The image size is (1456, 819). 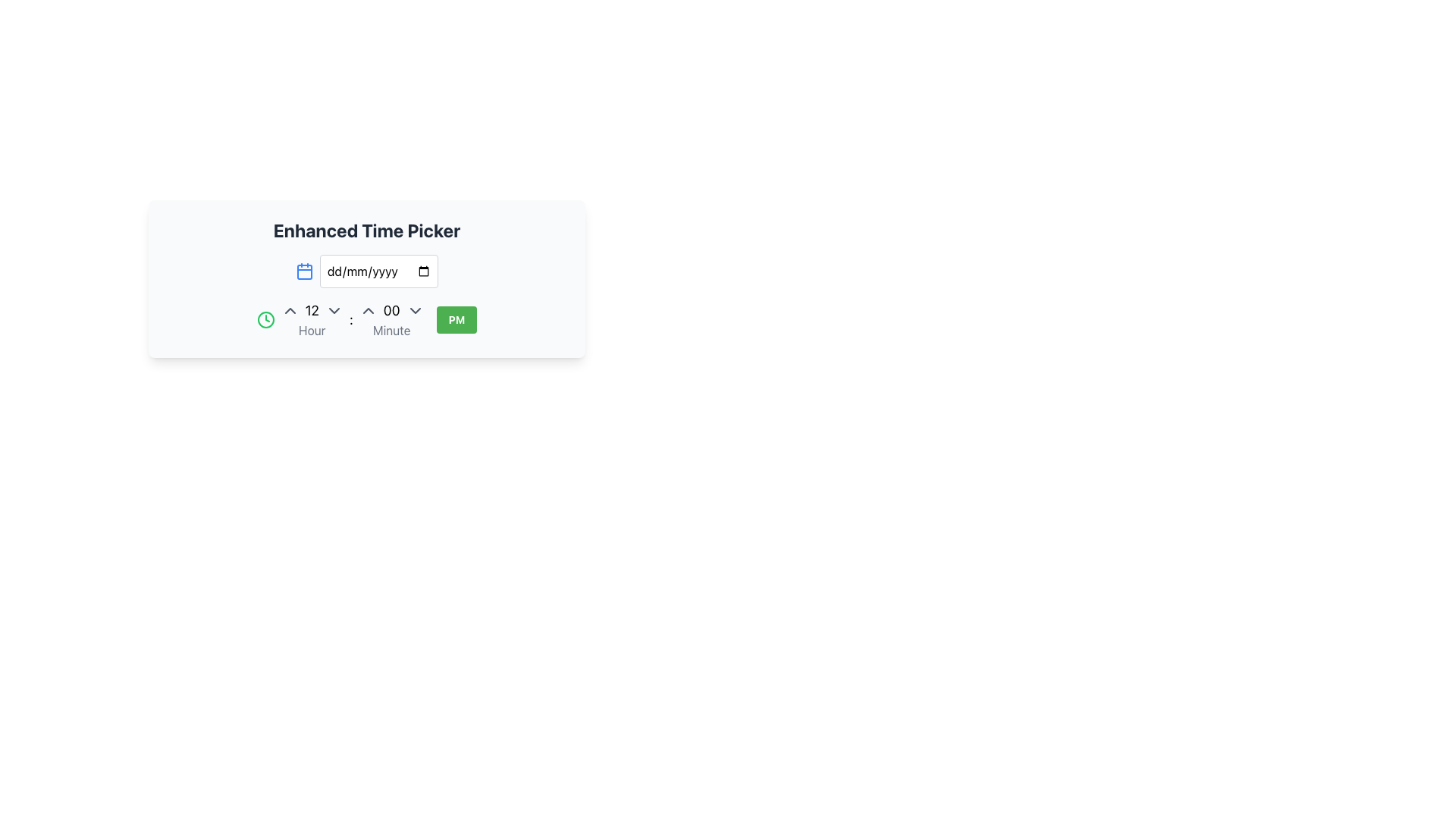 What do you see at coordinates (415, 309) in the screenshot?
I see `the downward-facing chevron icon for the dropdown control` at bounding box center [415, 309].